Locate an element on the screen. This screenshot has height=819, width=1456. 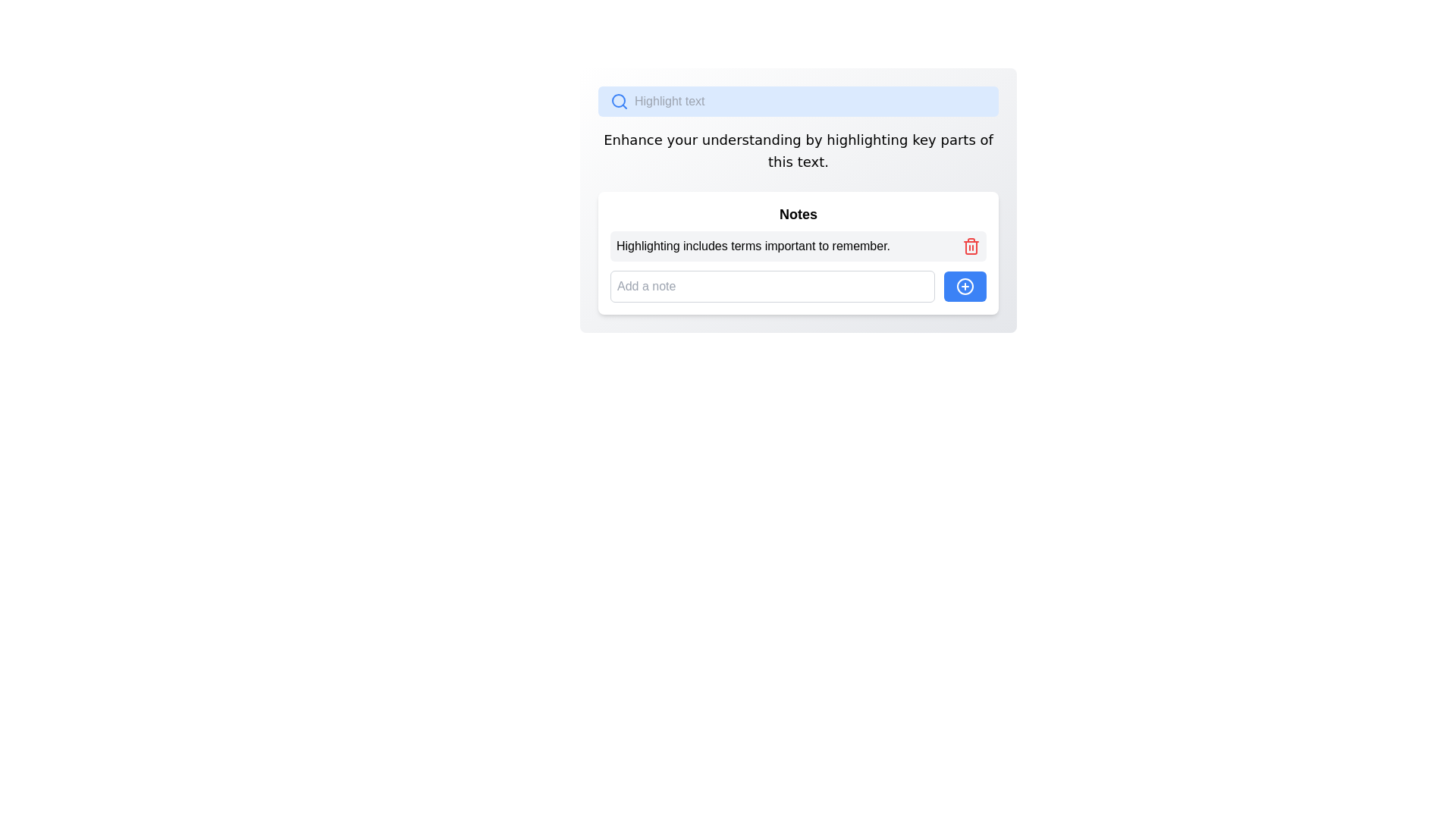
the 'i' character in the phrase 'Enhance your understanding by highlighting key parts of this text,' which is located below the search bar and above the notes section is located at coordinates (889, 140).